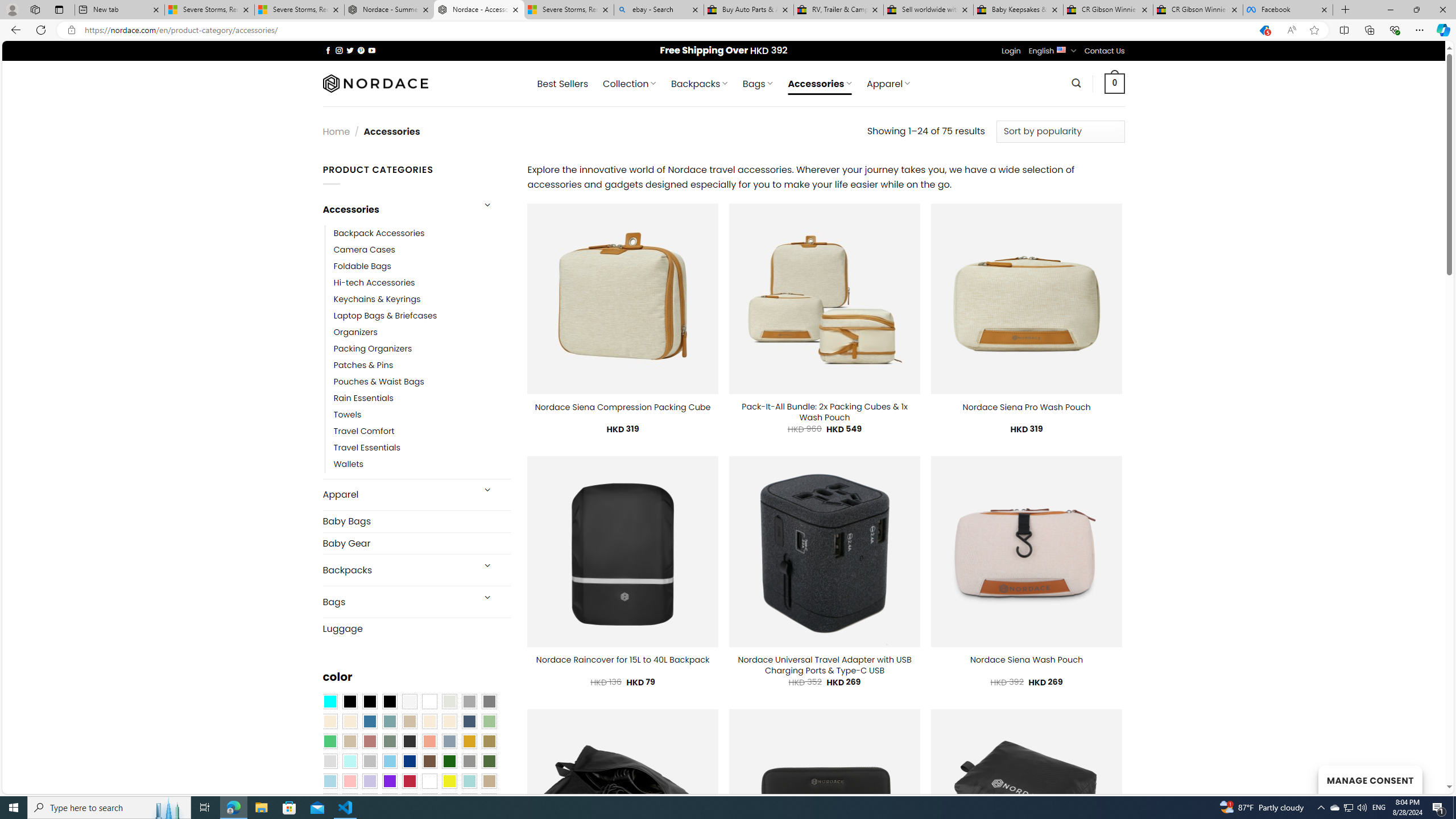  Describe the element at coordinates (336, 131) in the screenshot. I see `'Home'` at that location.